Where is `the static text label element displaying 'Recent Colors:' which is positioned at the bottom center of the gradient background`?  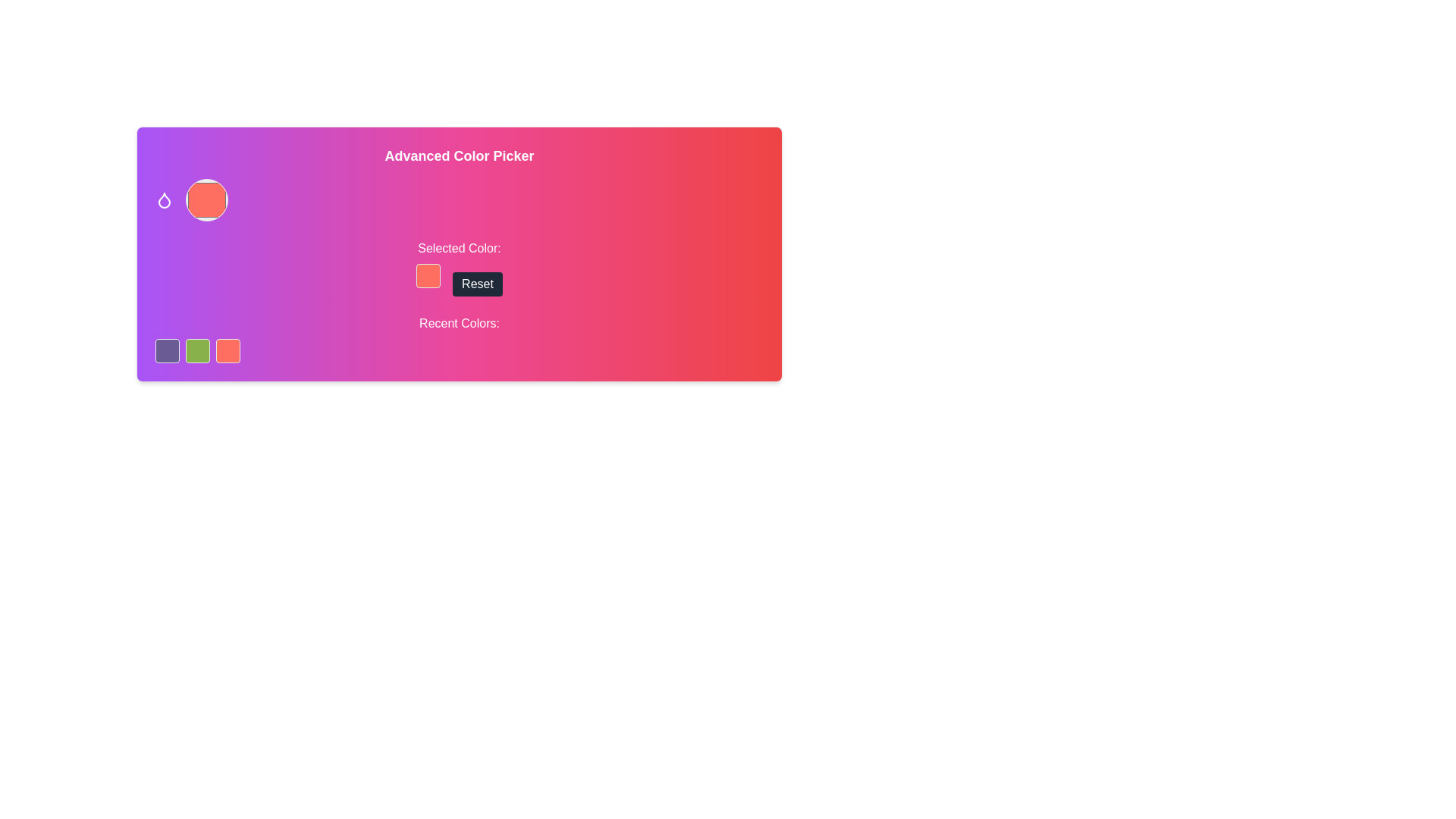 the static text label element displaying 'Recent Colors:' which is positioned at the bottom center of the gradient background is located at coordinates (458, 323).